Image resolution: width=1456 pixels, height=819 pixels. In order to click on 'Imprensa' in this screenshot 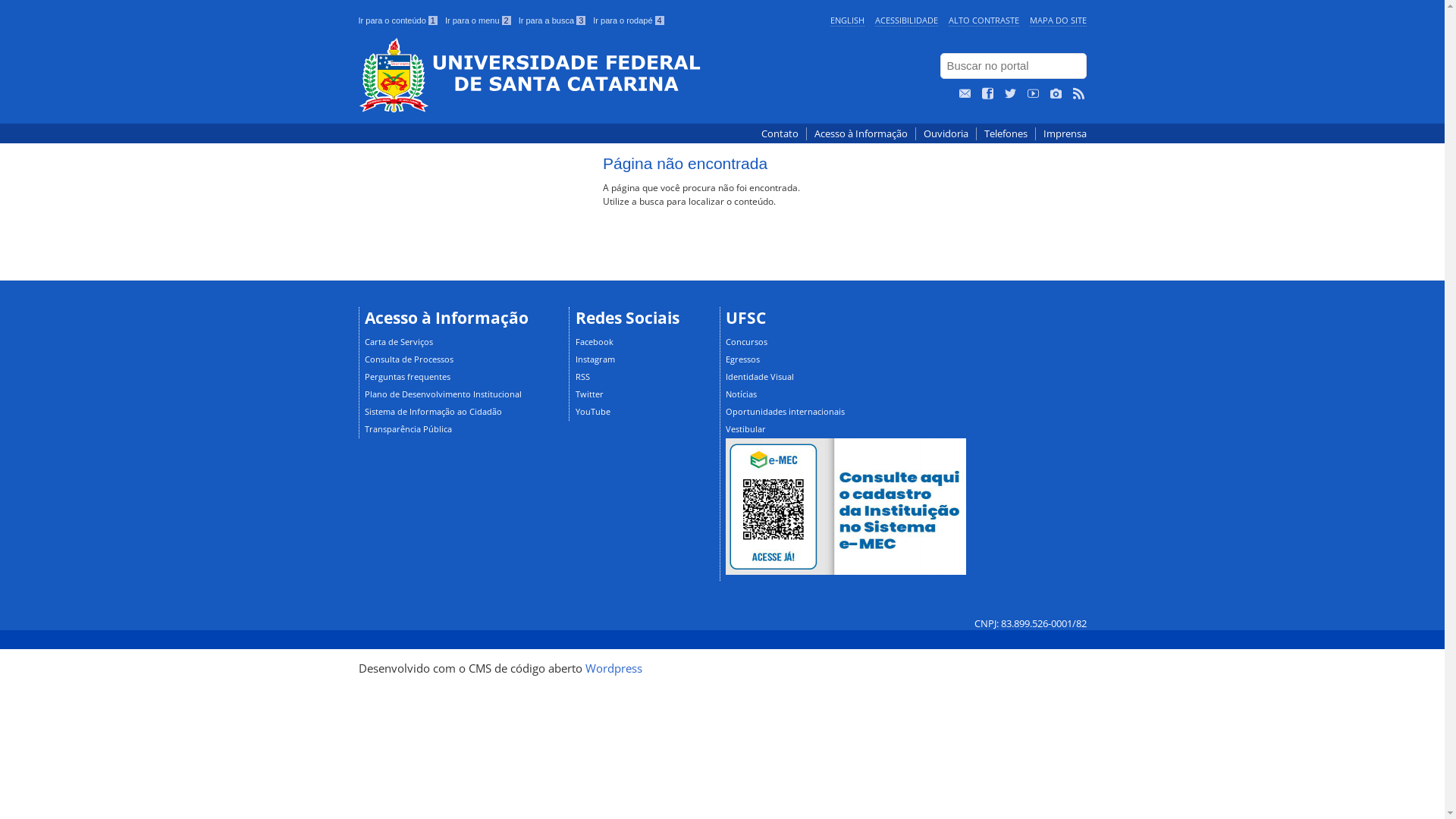, I will do `click(1064, 133)`.